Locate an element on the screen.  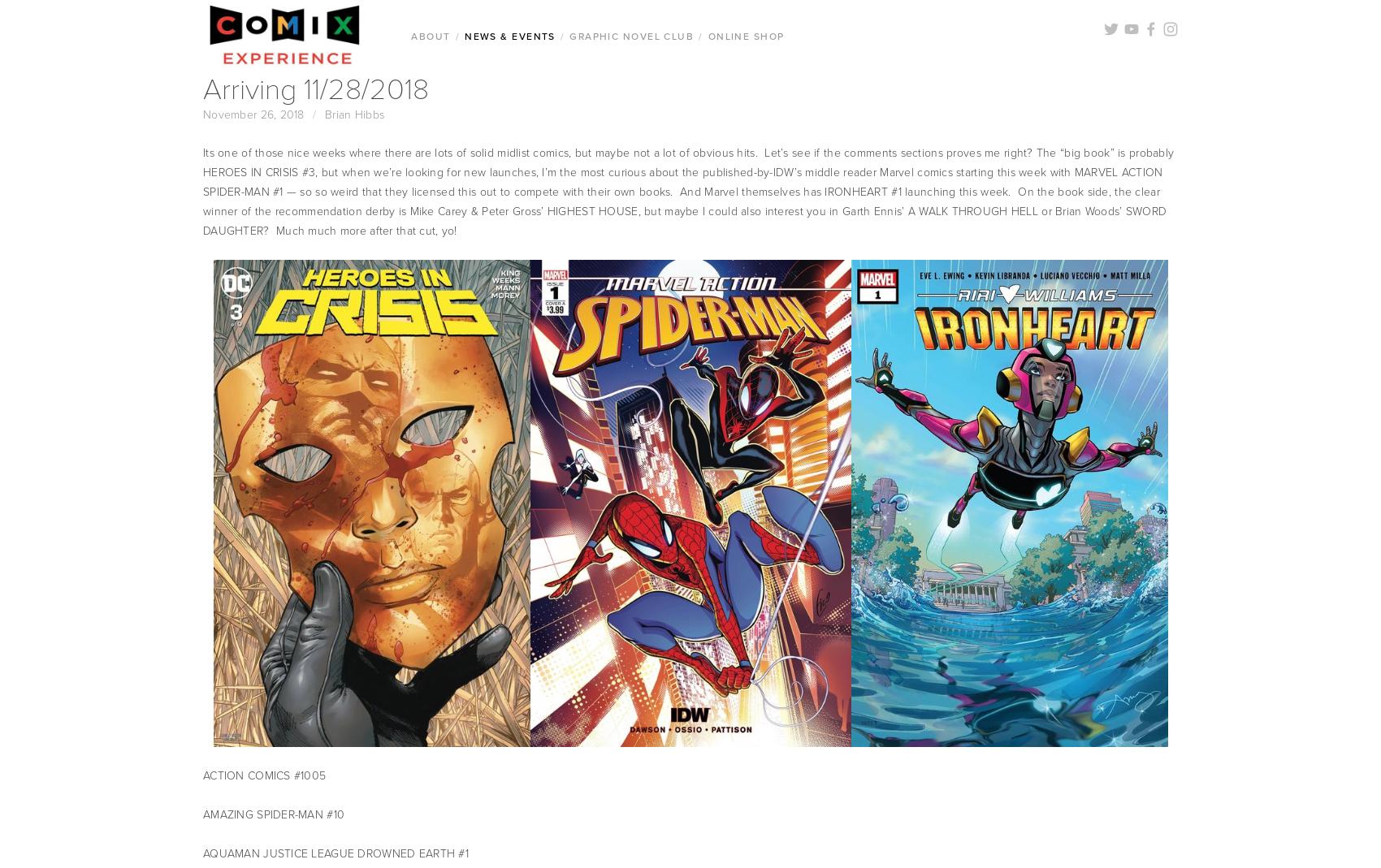
'Arriving 11/28/2018' is located at coordinates (203, 89).